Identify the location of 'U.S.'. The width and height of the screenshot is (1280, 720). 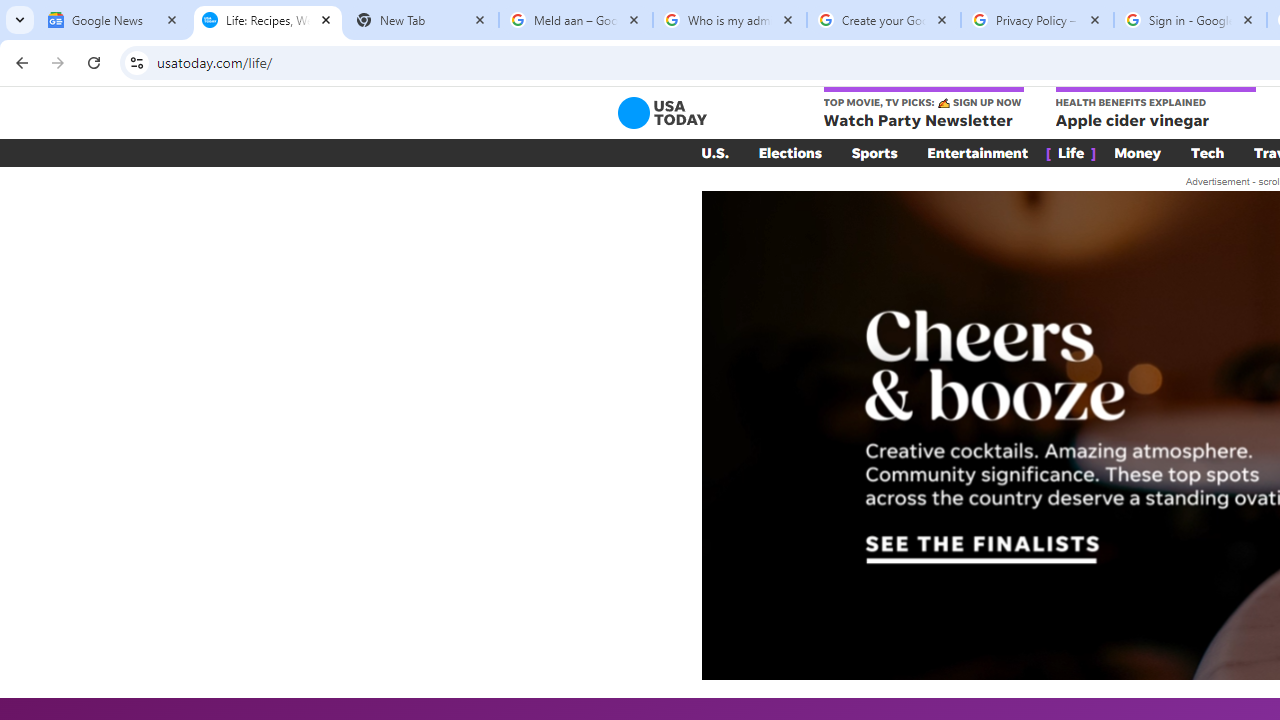
(714, 152).